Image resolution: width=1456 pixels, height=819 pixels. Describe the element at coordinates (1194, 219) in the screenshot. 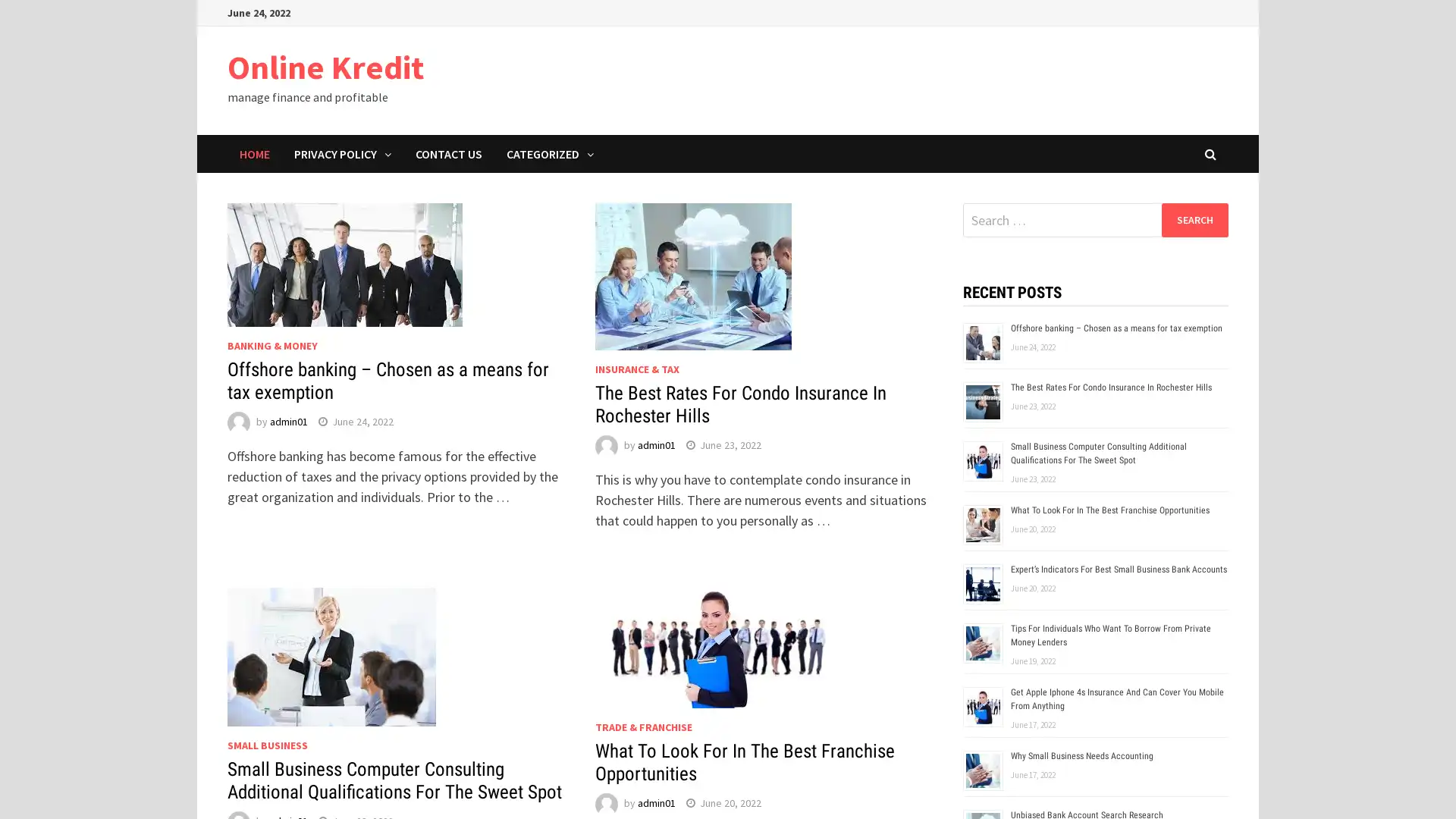

I see `Search` at that location.